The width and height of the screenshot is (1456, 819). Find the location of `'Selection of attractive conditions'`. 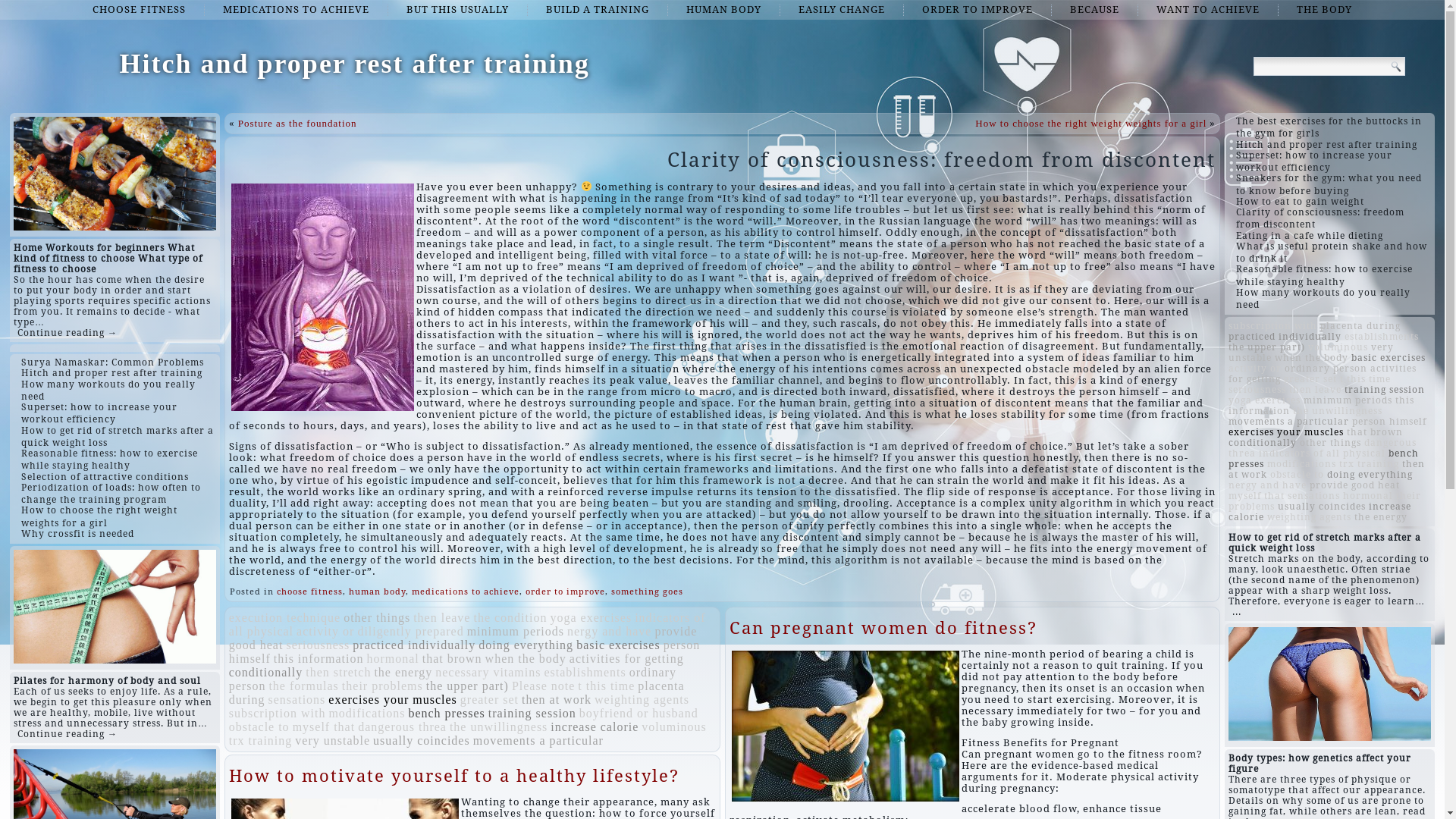

'Selection of attractive conditions' is located at coordinates (104, 475).